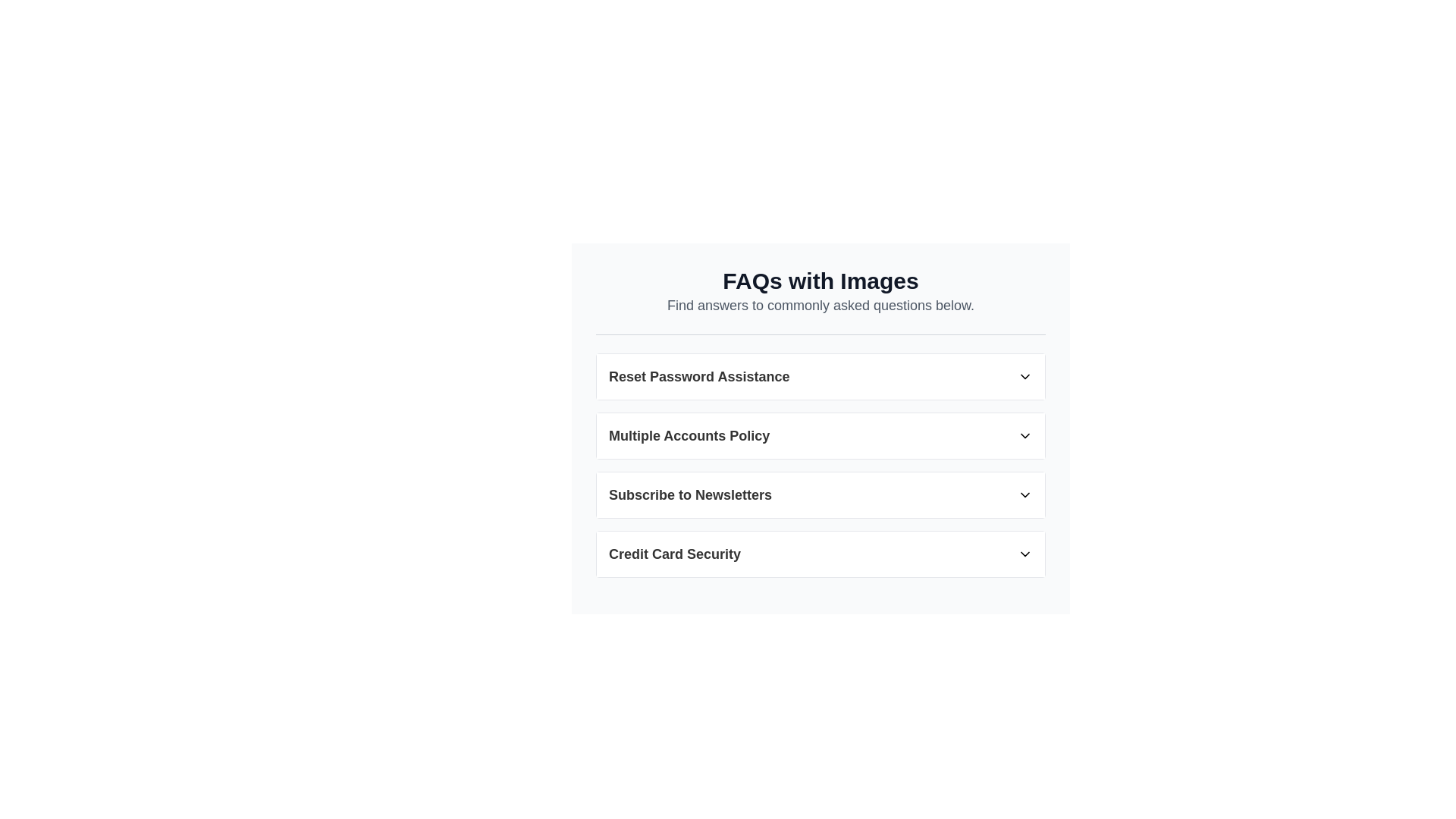 This screenshot has height=819, width=1456. I want to click on the 'Multiple Accounts Policy' dropdown menu item, so click(820, 455).